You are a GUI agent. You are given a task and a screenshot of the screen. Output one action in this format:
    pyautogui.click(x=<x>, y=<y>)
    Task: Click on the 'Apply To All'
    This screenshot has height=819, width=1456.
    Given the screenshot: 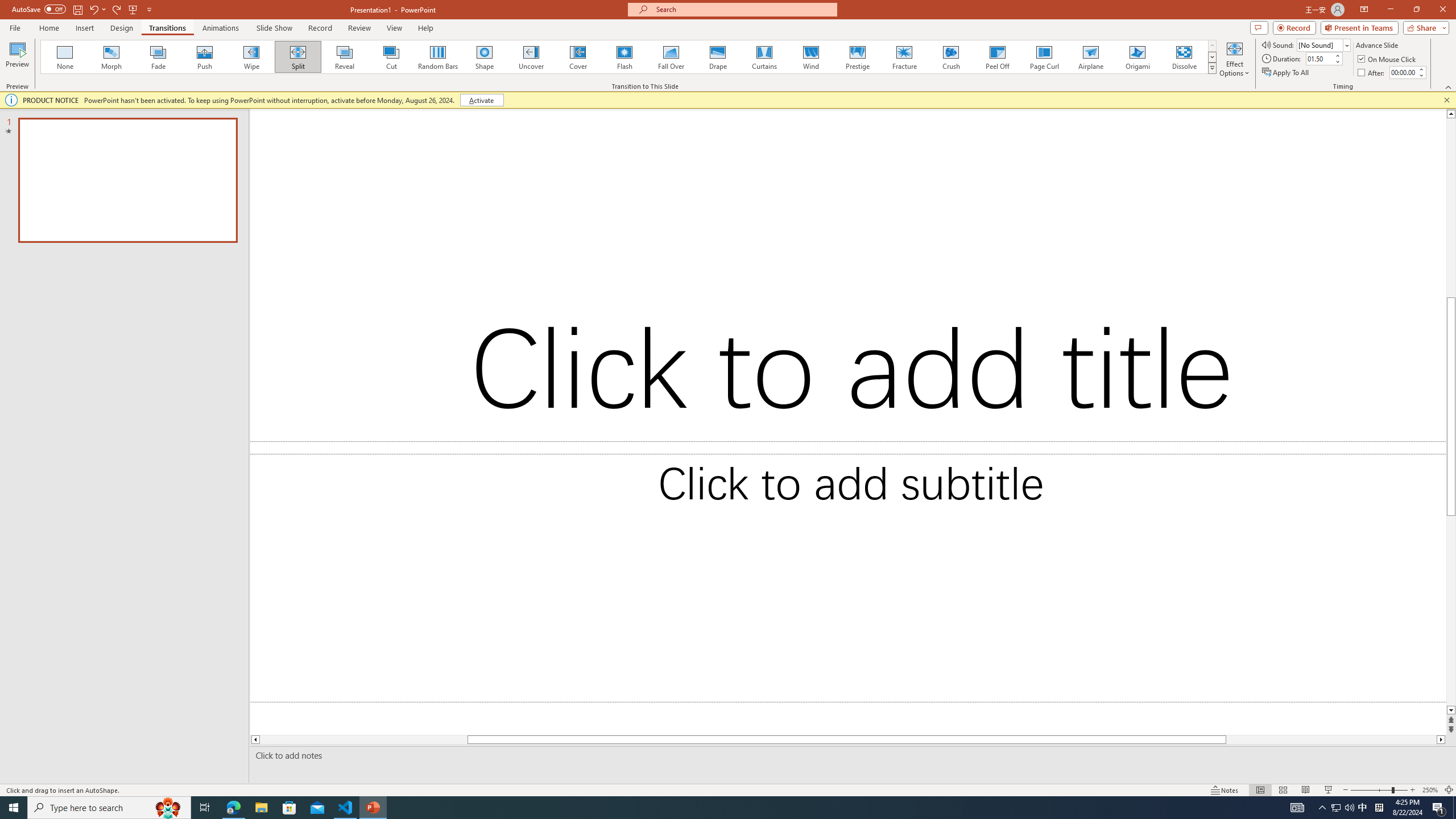 What is the action you would take?
    pyautogui.click(x=1287, y=72)
    